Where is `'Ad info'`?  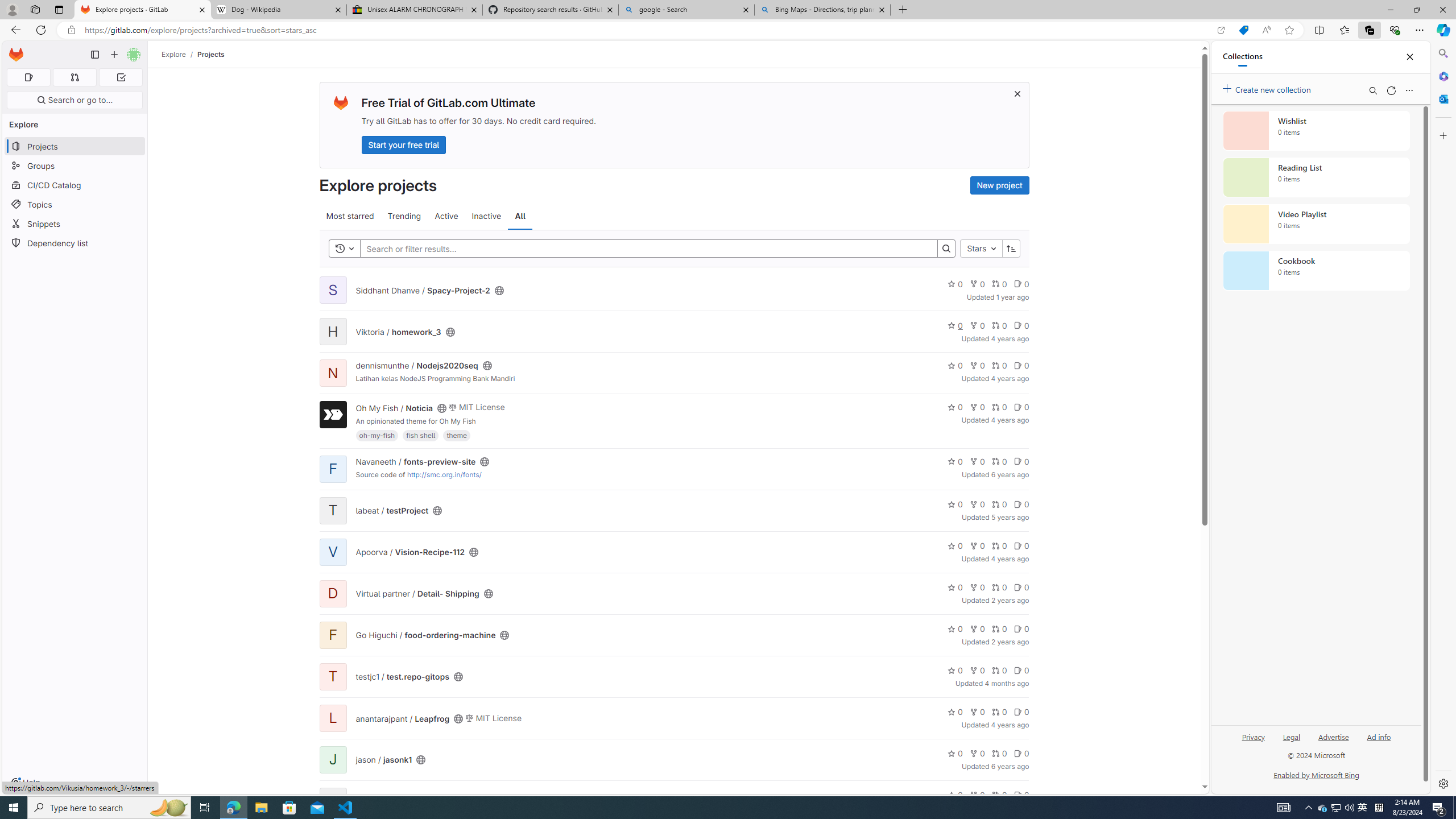
'Ad info' is located at coordinates (1379, 736).